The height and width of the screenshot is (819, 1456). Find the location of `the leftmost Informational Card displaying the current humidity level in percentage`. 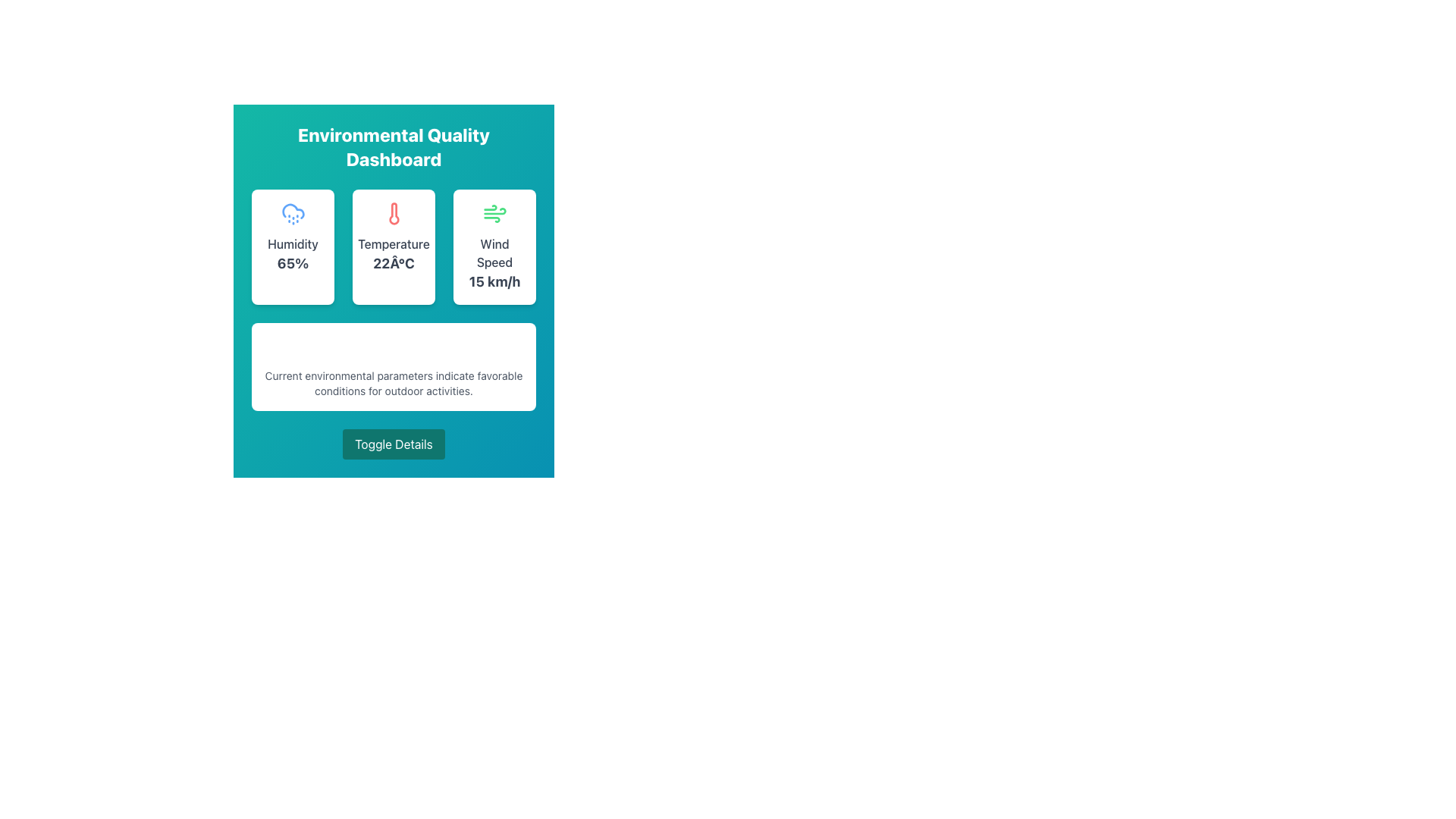

the leftmost Informational Card displaying the current humidity level in percentage is located at coordinates (293, 246).